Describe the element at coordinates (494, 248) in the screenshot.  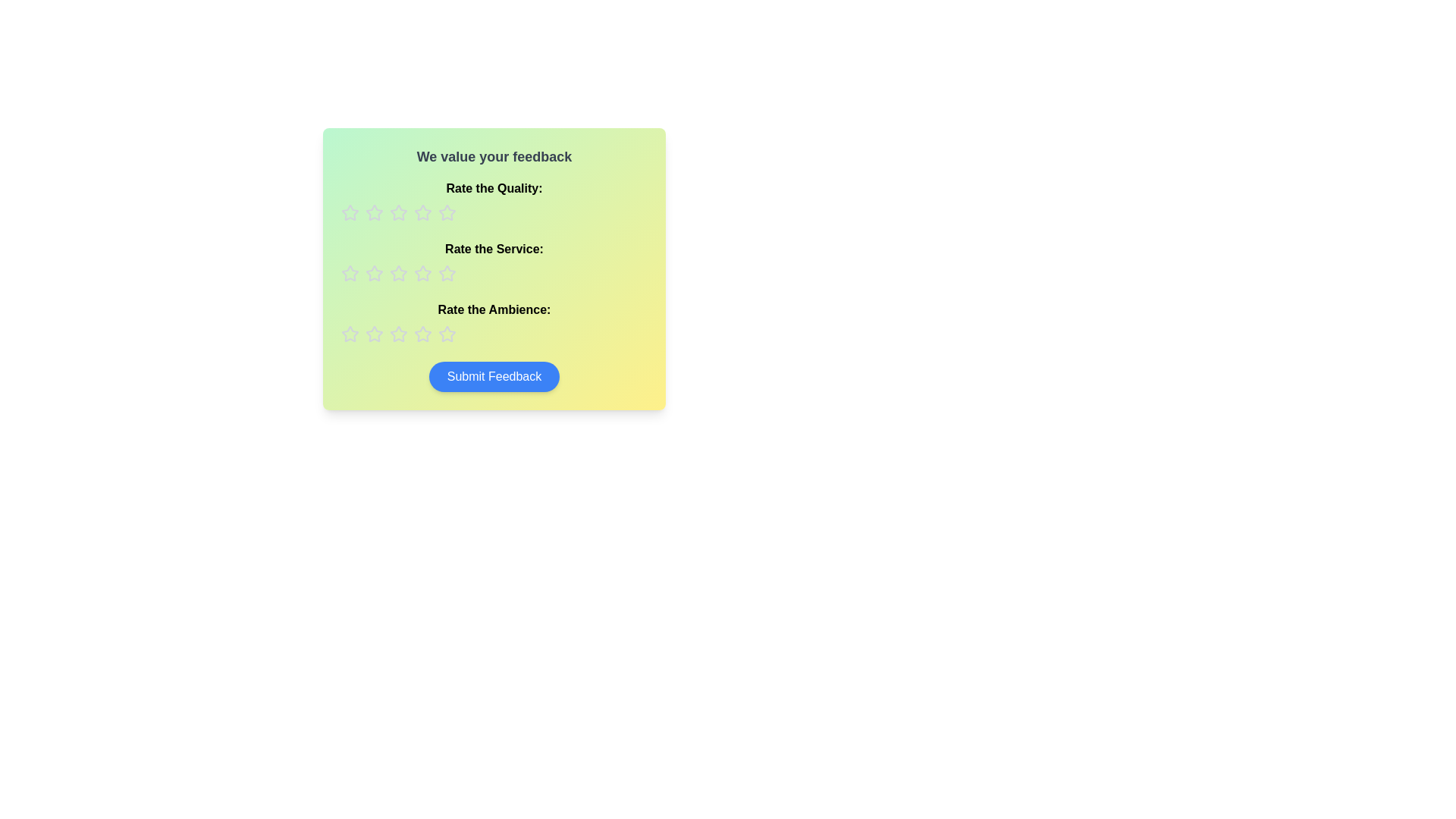
I see `the static text label that serves as the title for the service rating section, positioned below 'Rate the Quality:' and above 'Rate the Ambience:' in the feedback form` at that location.